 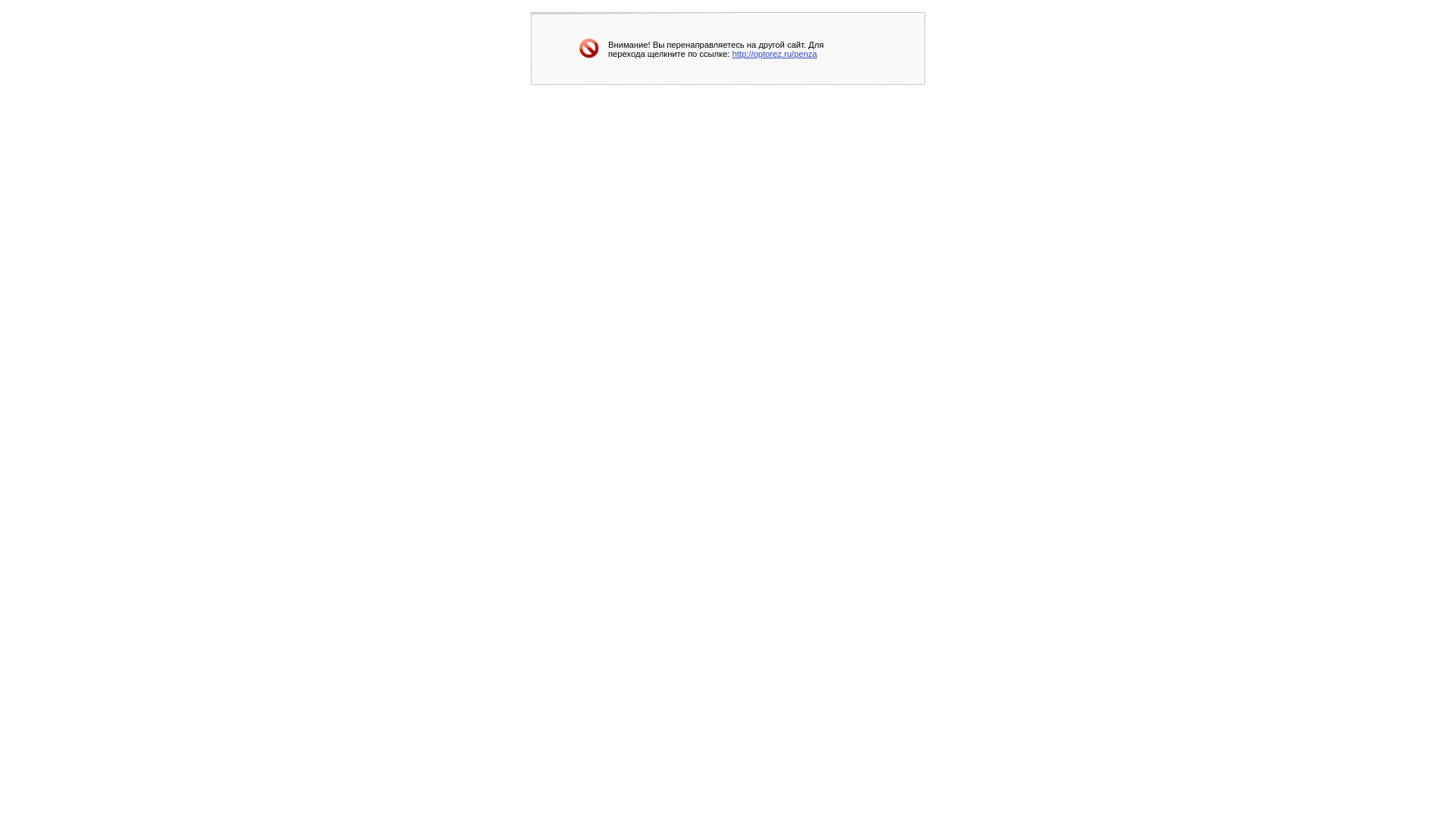 I want to click on 'http://optorez.ru/penza', so click(x=732, y=52).